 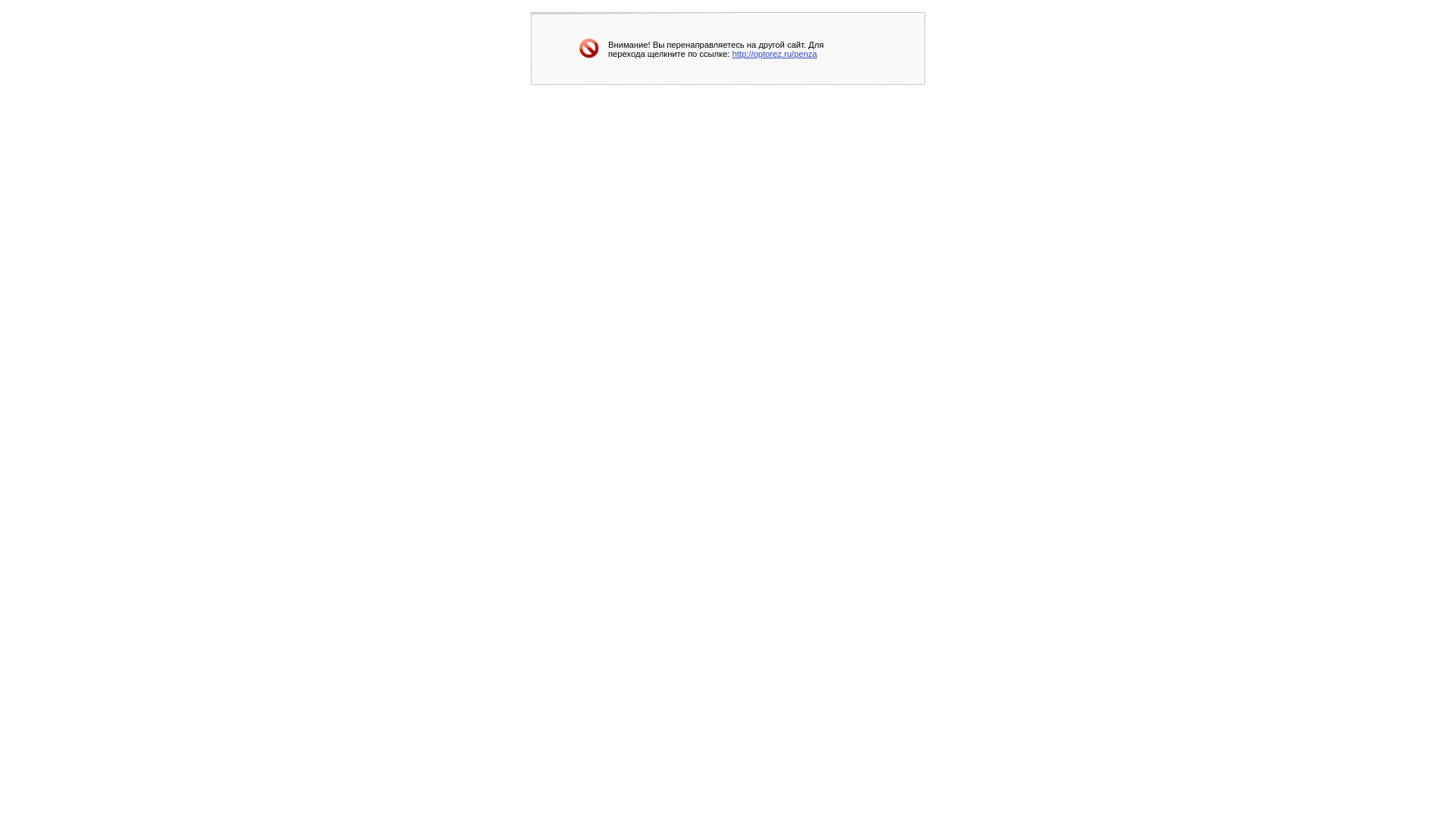 I want to click on 'http://optorez.ru/penza', so click(x=732, y=52).